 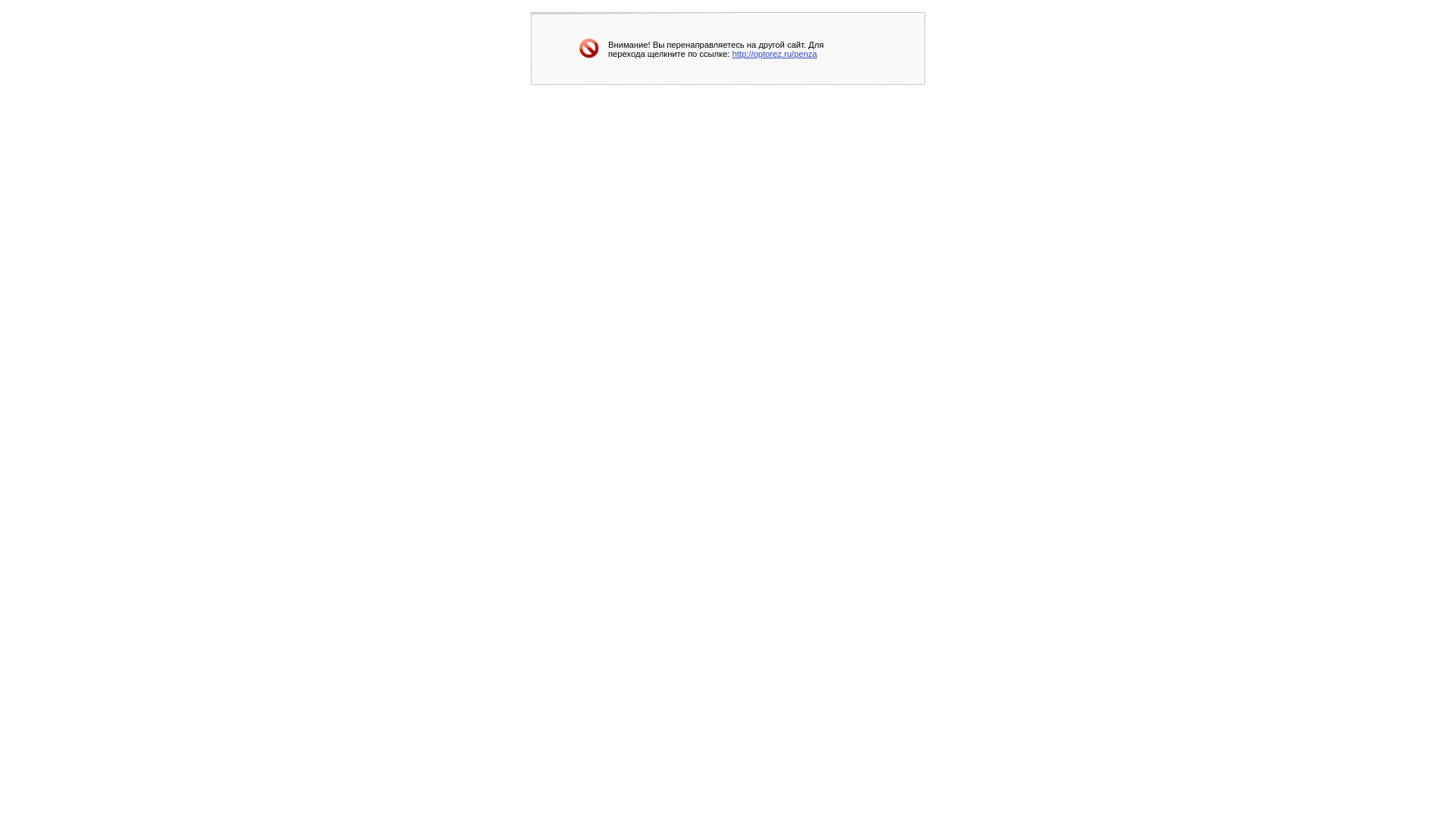 I want to click on 'http://optorez.ru/penza', so click(x=732, y=52).